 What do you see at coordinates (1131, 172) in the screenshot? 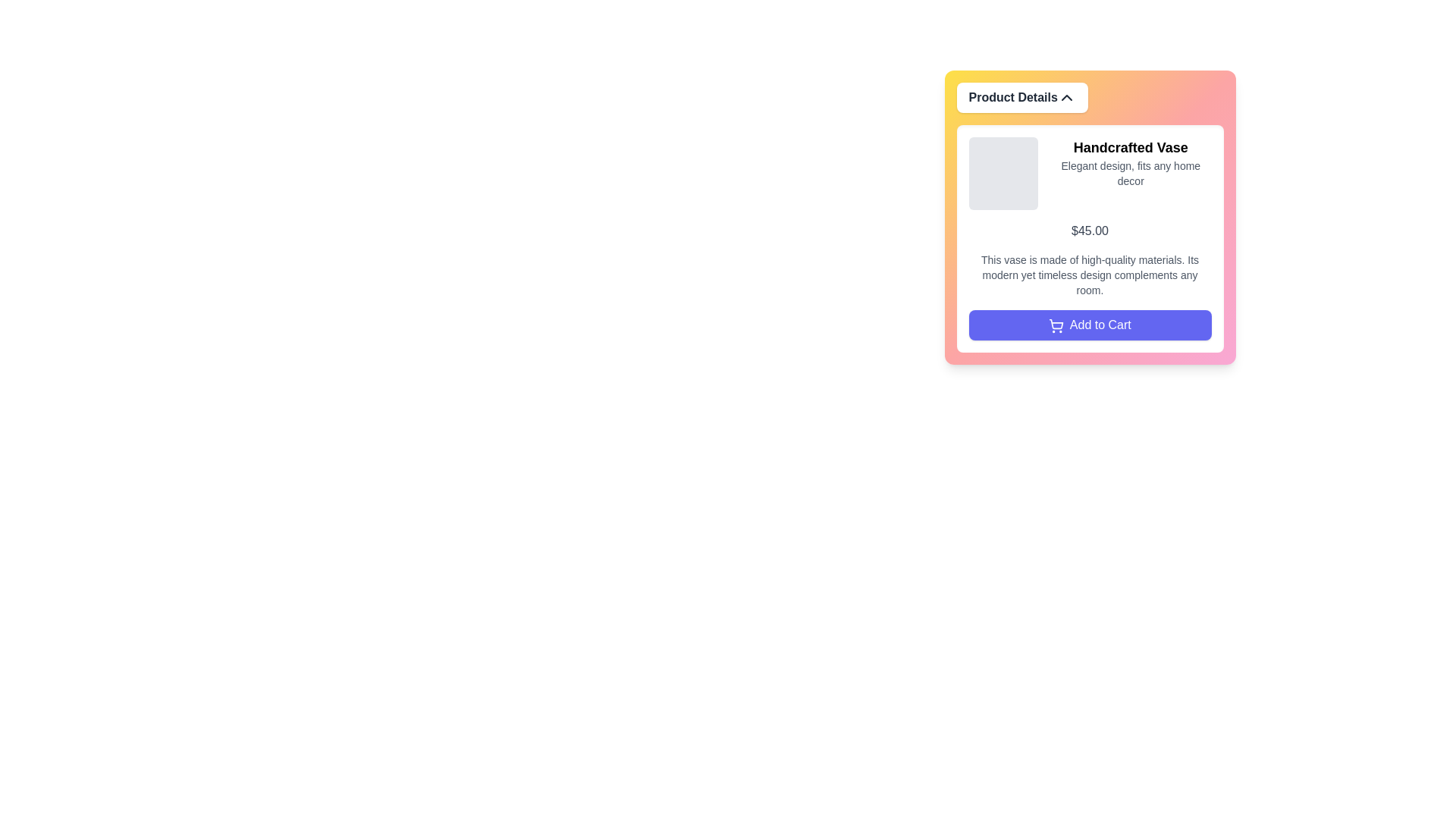
I see `the text snippet saying 'Elegant design, fits any home decor', which is positioned below the title 'Handcrafted Vase' in a card layout` at bounding box center [1131, 172].